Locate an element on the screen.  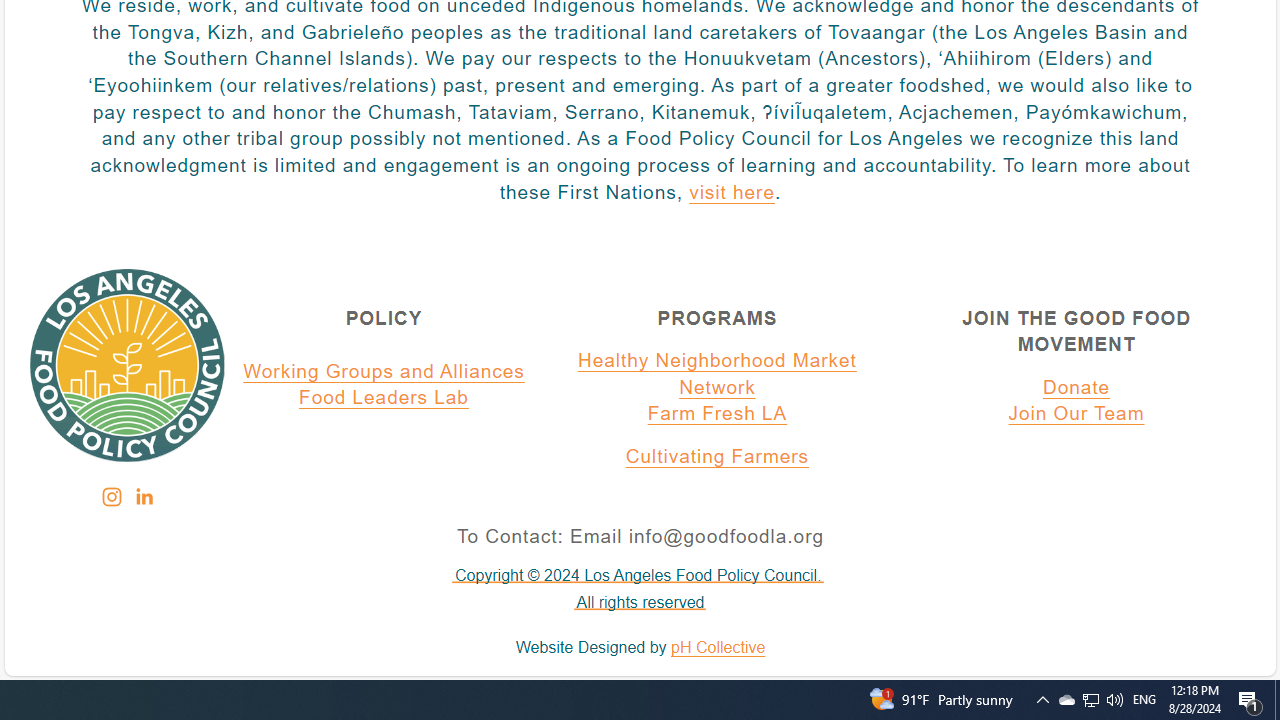
'Donate' is located at coordinates (1075, 387).